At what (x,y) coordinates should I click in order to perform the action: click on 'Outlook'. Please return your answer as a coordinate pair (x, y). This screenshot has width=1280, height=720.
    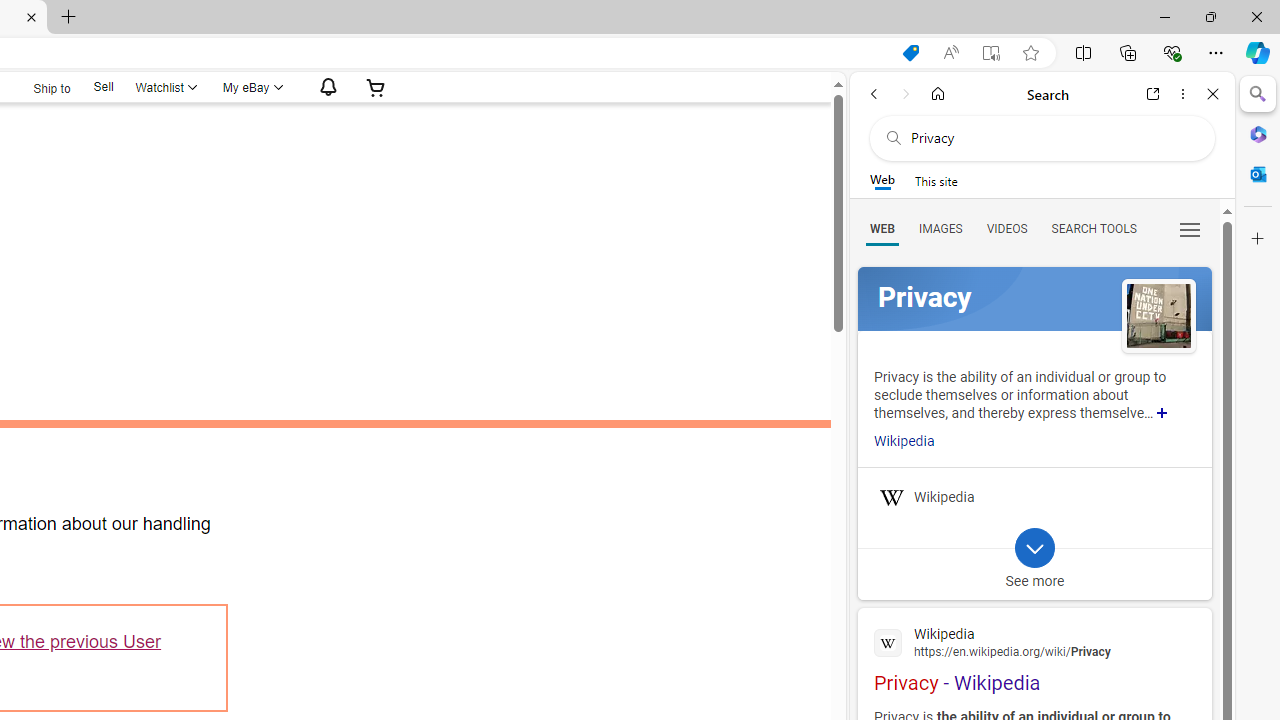
    Looking at the image, I should click on (1257, 173).